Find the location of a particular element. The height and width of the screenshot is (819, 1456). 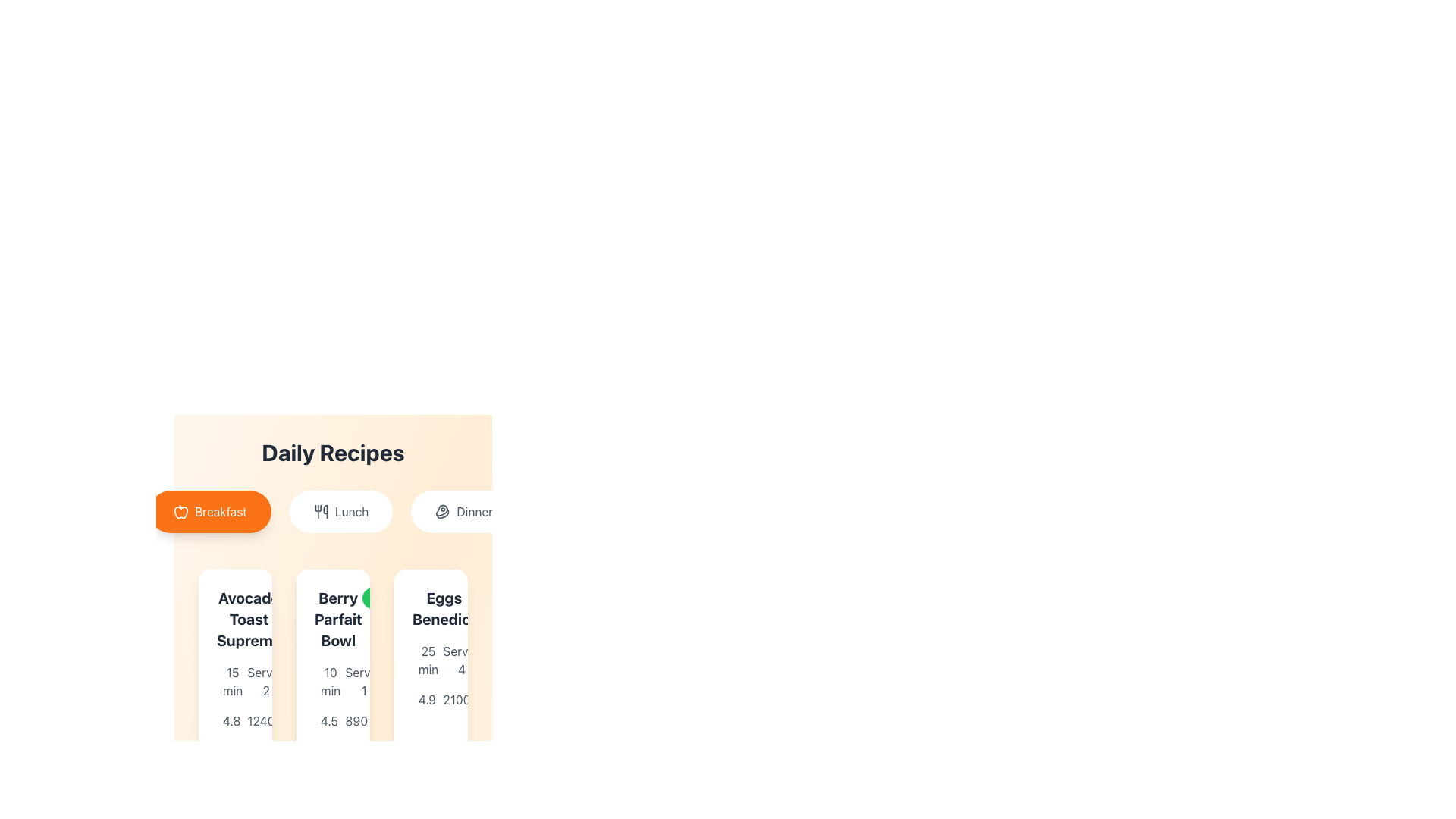

the fork and knife icon, which is located within the 'Lunch' button, positioned slightly to the left of the center of the button is located at coordinates (320, 512).